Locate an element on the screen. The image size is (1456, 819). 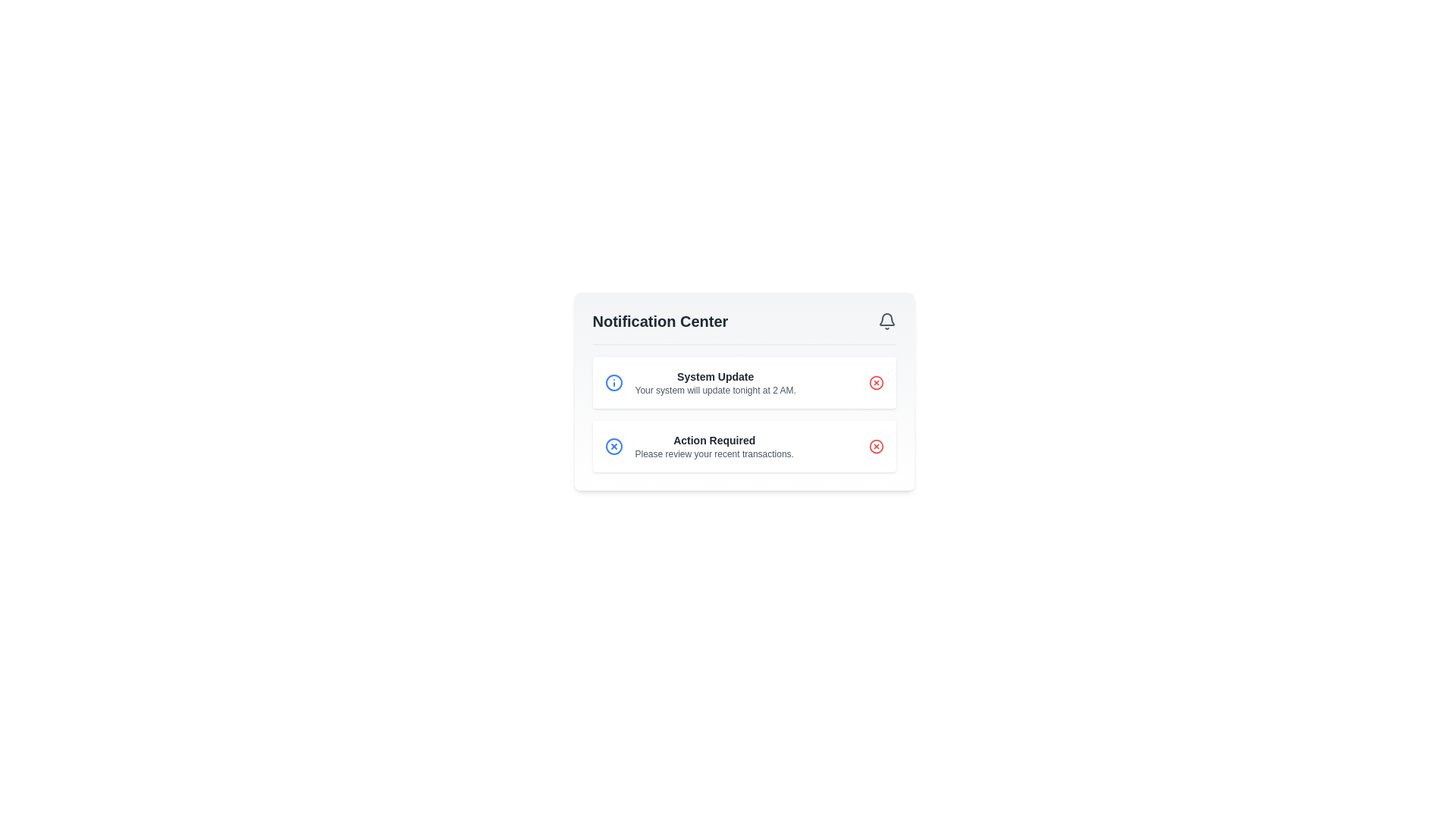
text label displaying 'System Update' in bold font style located at the top of the notification in the Notification Center is located at coordinates (714, 376).